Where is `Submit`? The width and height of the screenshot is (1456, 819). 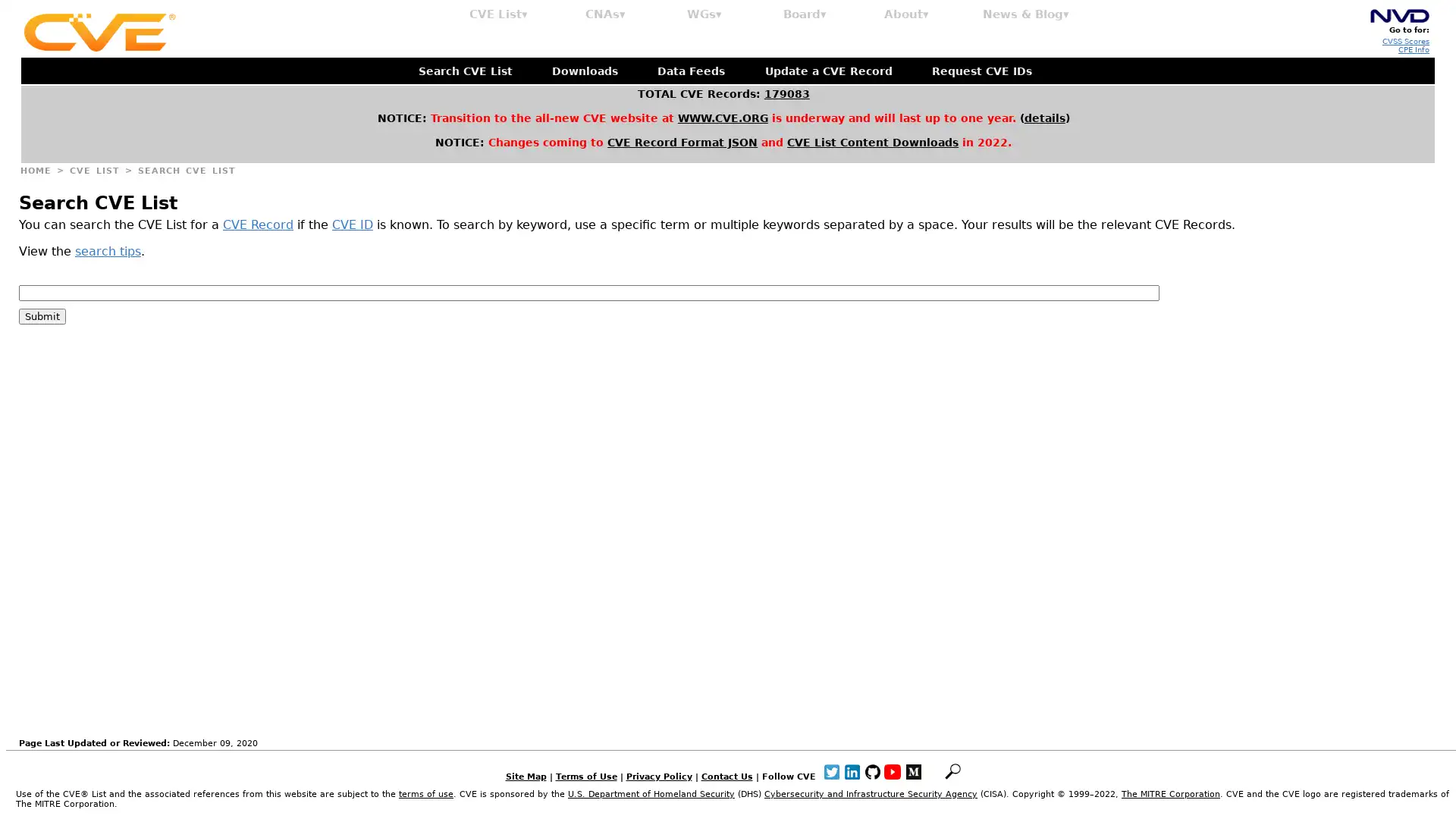 Submit is located at coordinates (42, 315).